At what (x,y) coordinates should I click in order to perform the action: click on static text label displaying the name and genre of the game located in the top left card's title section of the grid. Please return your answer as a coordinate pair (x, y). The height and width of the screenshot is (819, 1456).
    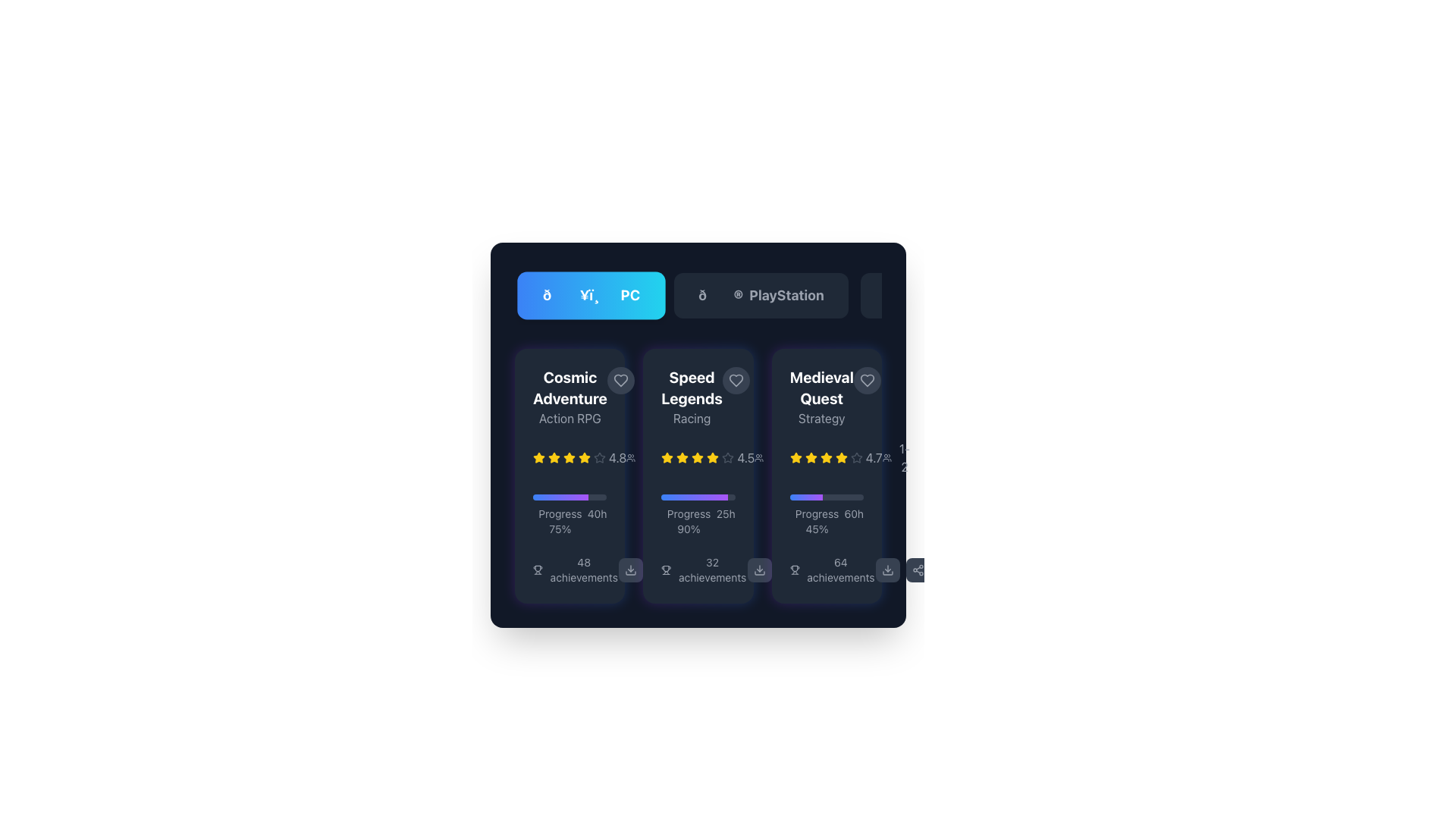
    Looking at the image, I should click on (569, 397).